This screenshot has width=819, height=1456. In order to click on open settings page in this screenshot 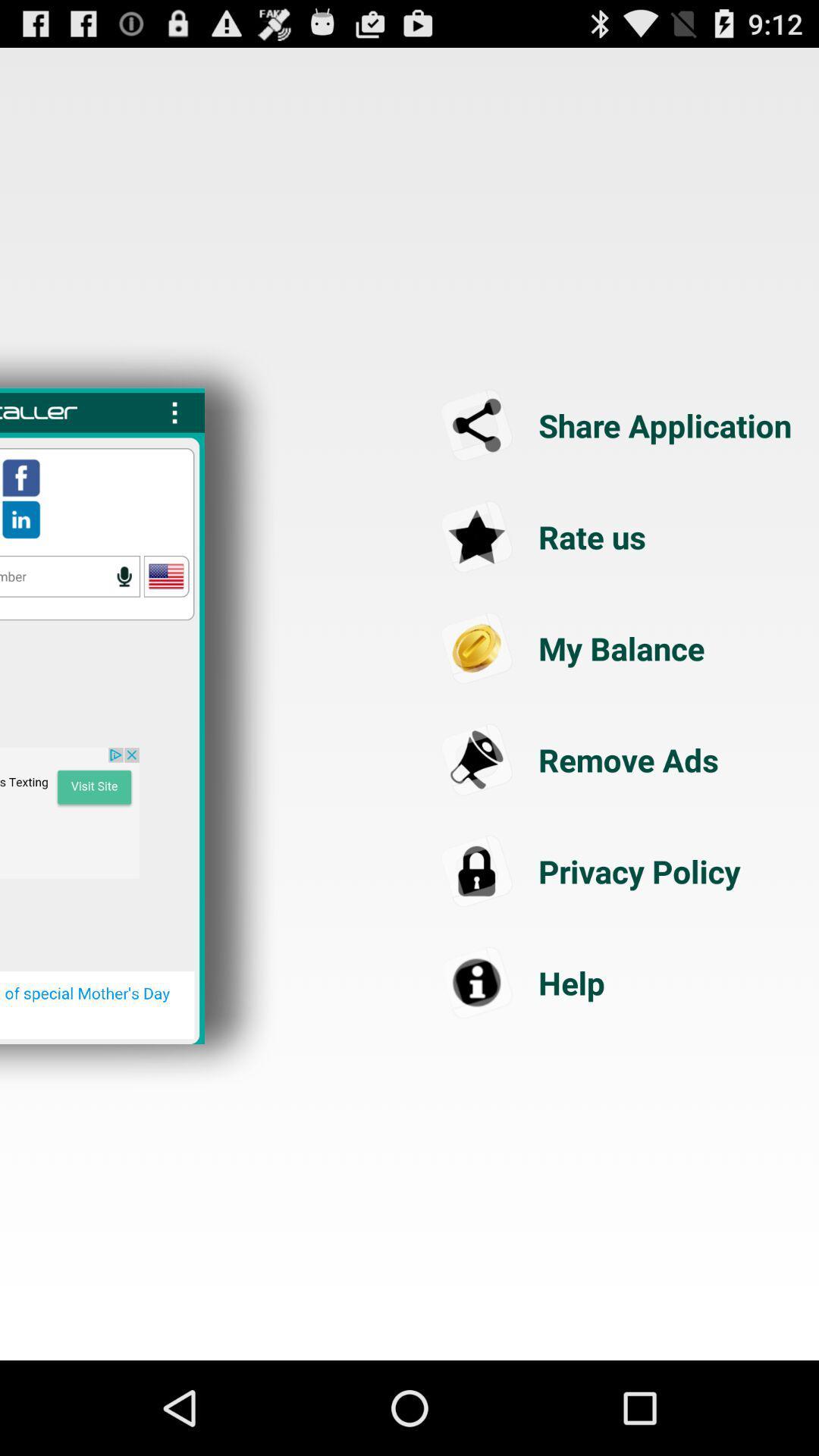, I will do `click(174, 413)`.